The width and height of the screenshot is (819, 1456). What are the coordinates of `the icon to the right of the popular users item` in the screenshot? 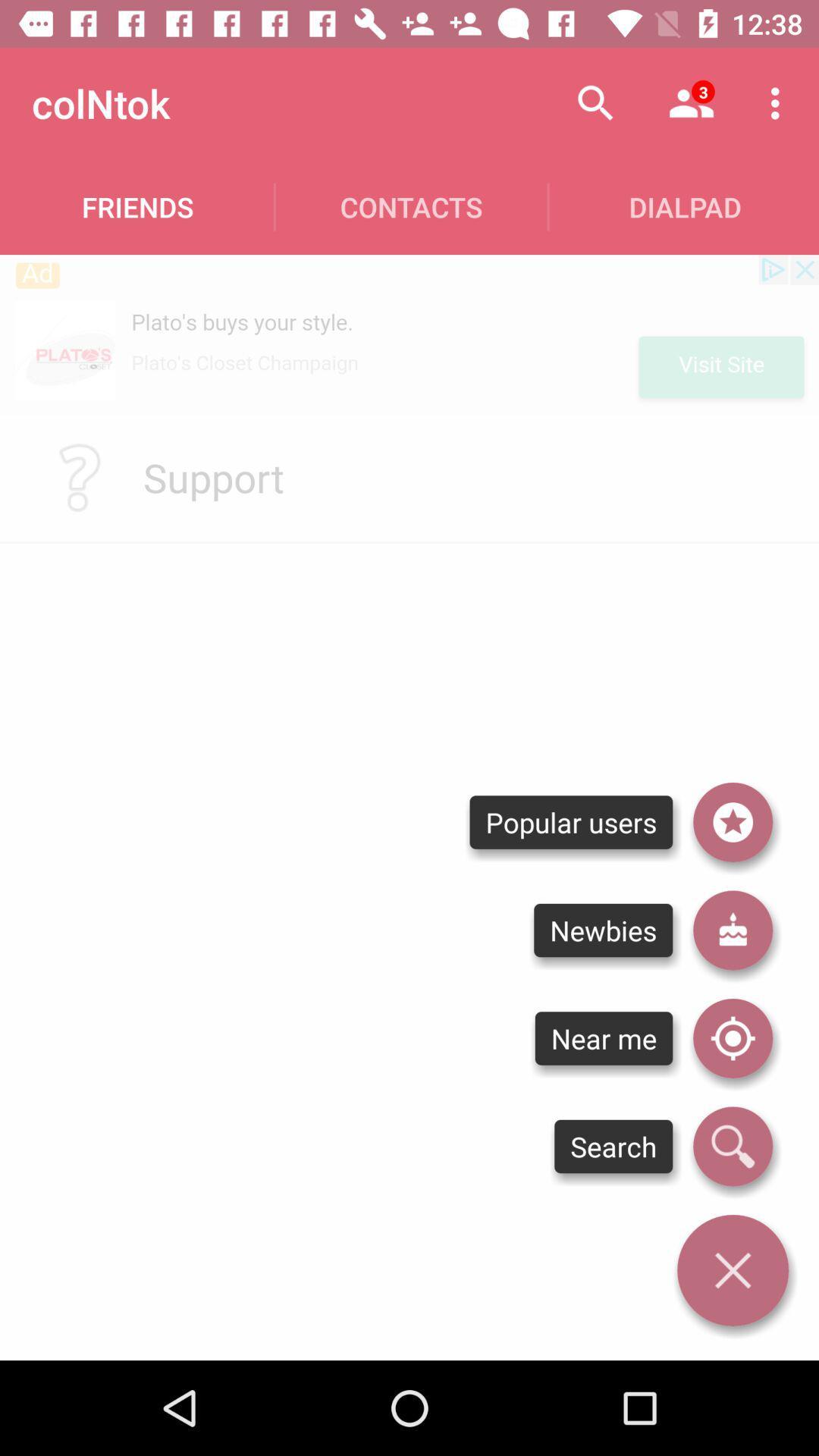 It's located at (732, 930).